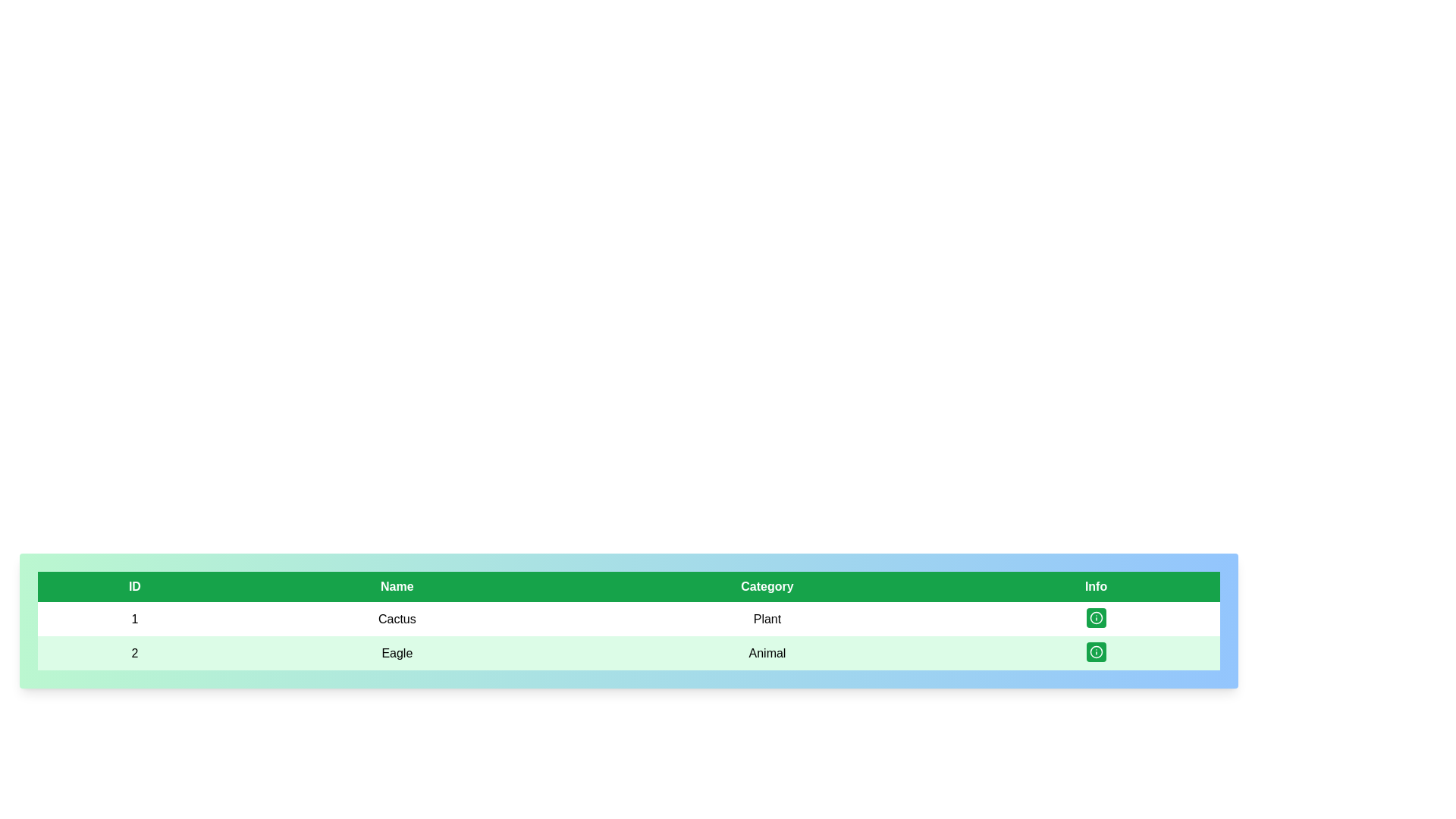 This screenshot has height=819, width=1456. Describe the element at coordinates (629, 652) in the screenshot. I see `the second row in the table that contains data about an entity or category, located below the row with '1', 'Cactus', and 'Plant'` at that location.